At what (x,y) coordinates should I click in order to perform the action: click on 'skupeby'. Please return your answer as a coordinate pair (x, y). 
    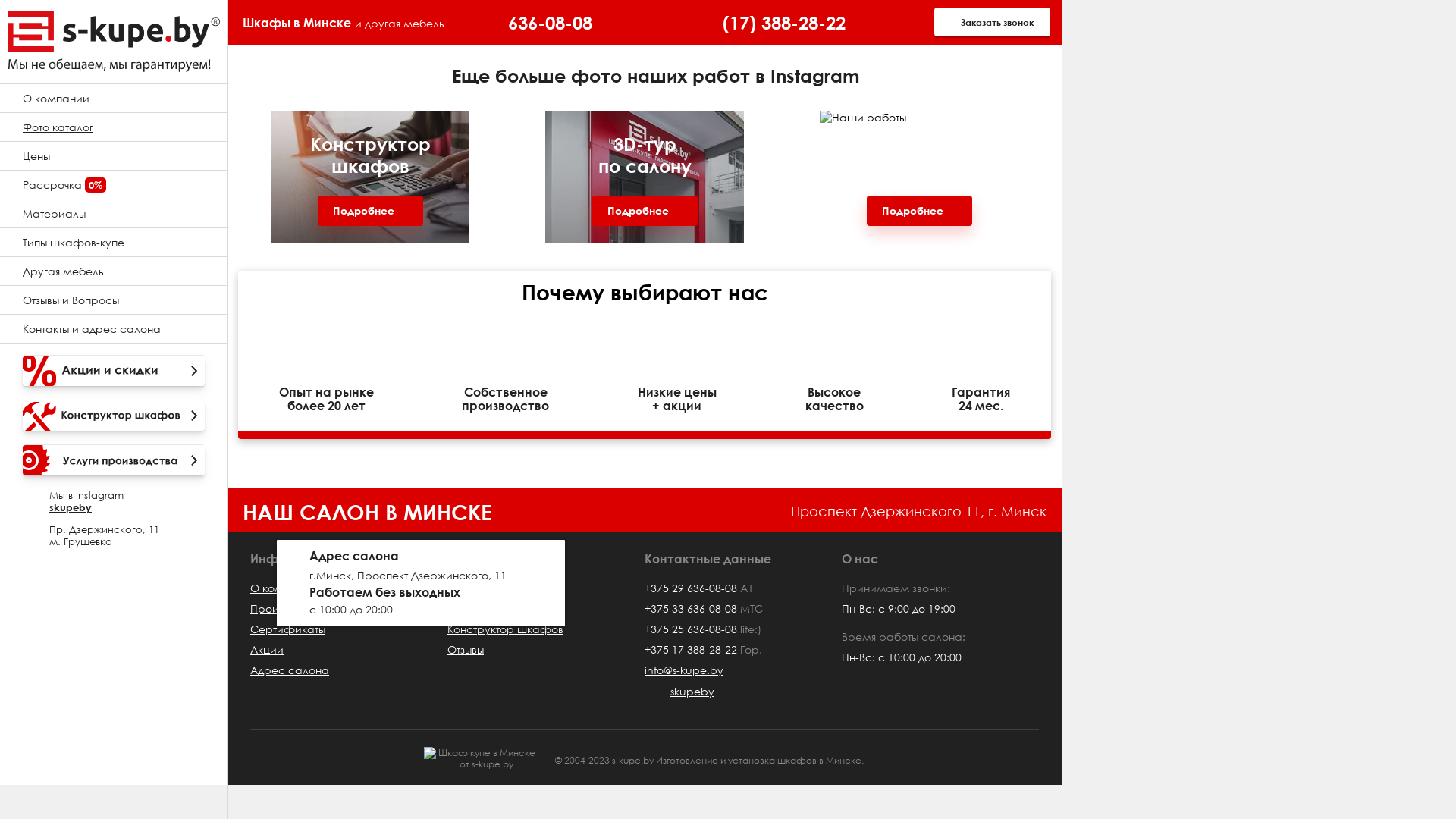
    Looking at the image, I should click on (679, 691).